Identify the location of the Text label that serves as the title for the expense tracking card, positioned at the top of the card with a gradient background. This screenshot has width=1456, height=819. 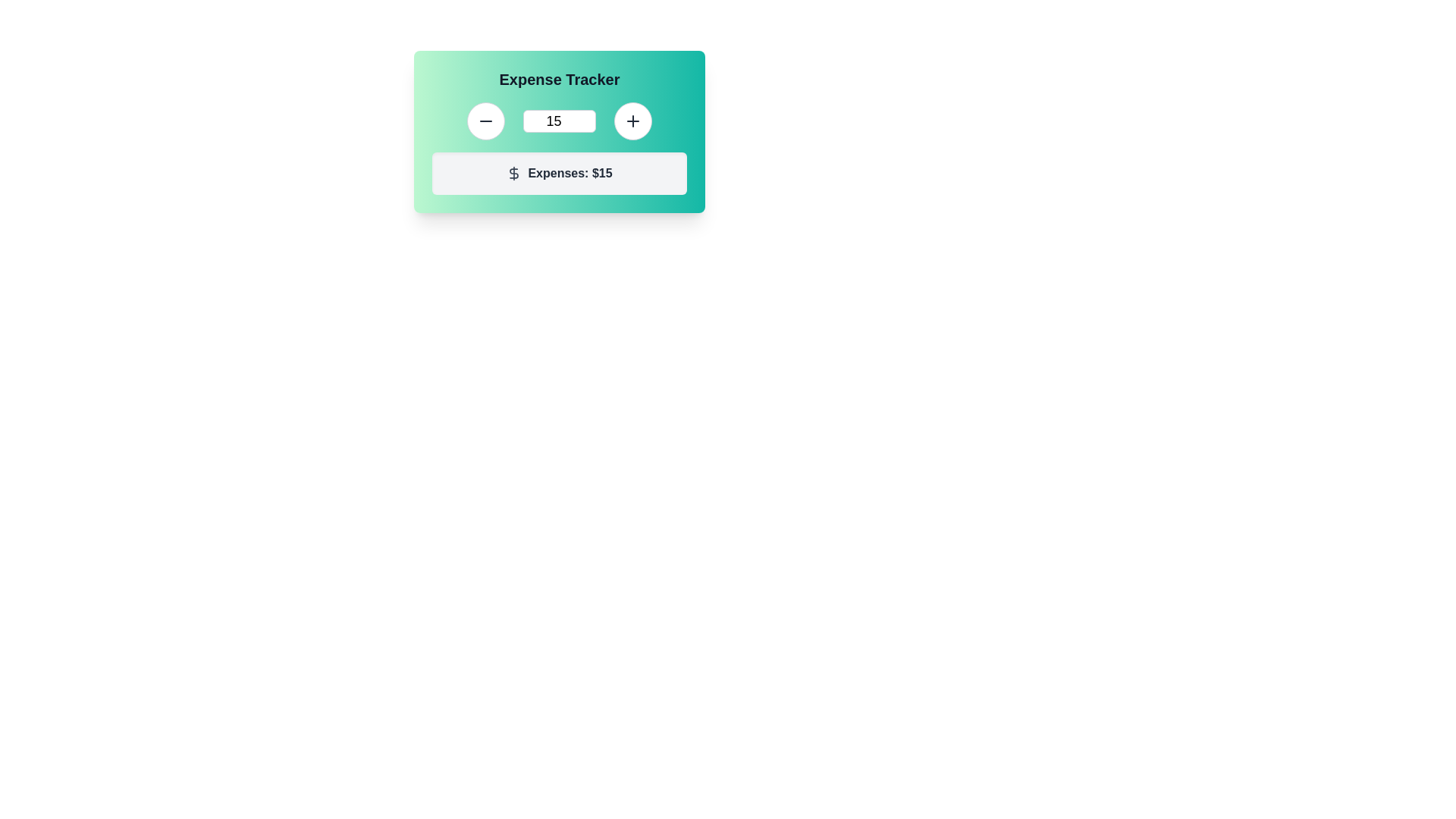
(559, 79).